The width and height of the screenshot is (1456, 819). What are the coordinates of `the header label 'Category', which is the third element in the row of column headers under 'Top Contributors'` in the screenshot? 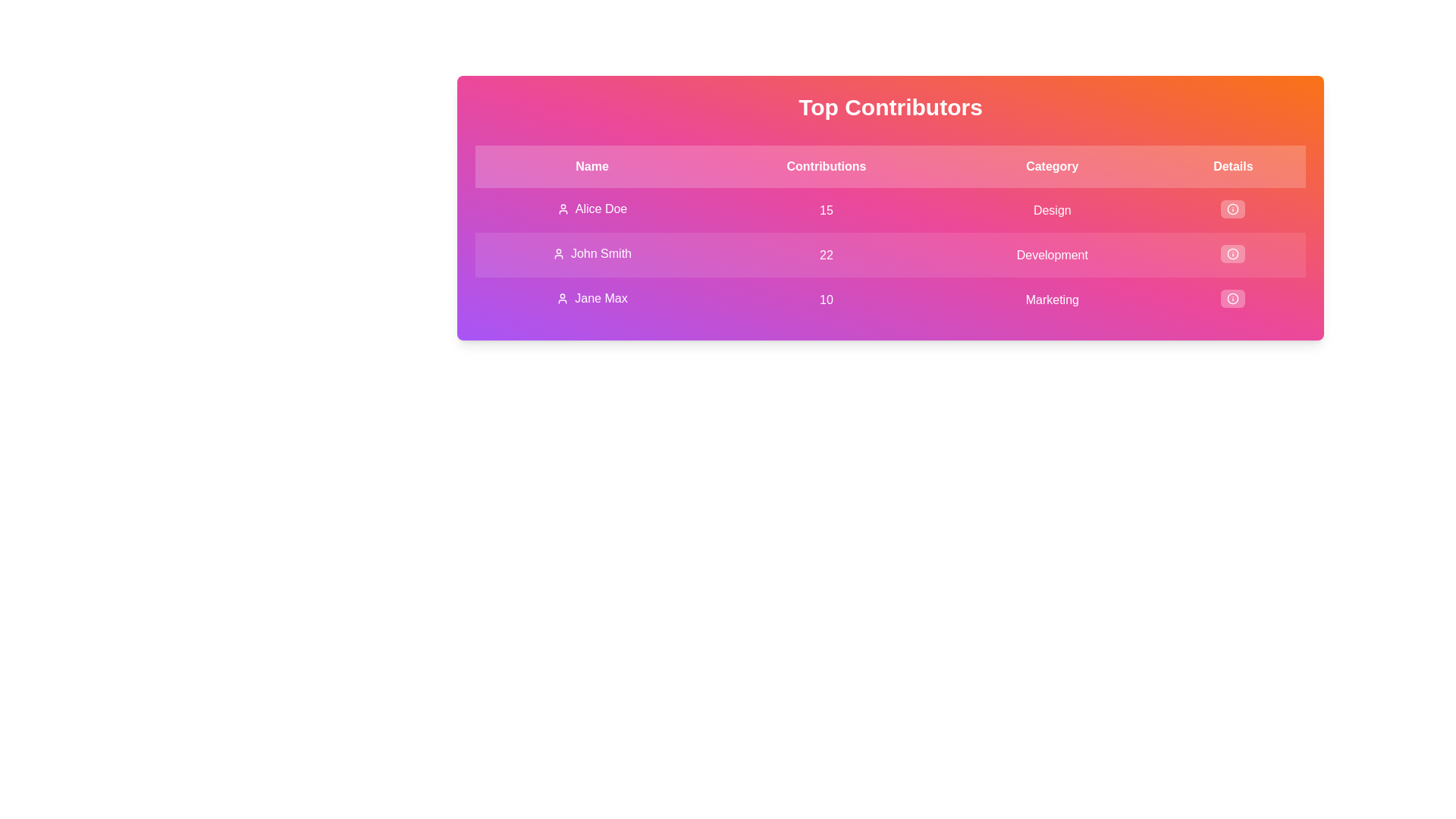 It's located at (1051, 166).